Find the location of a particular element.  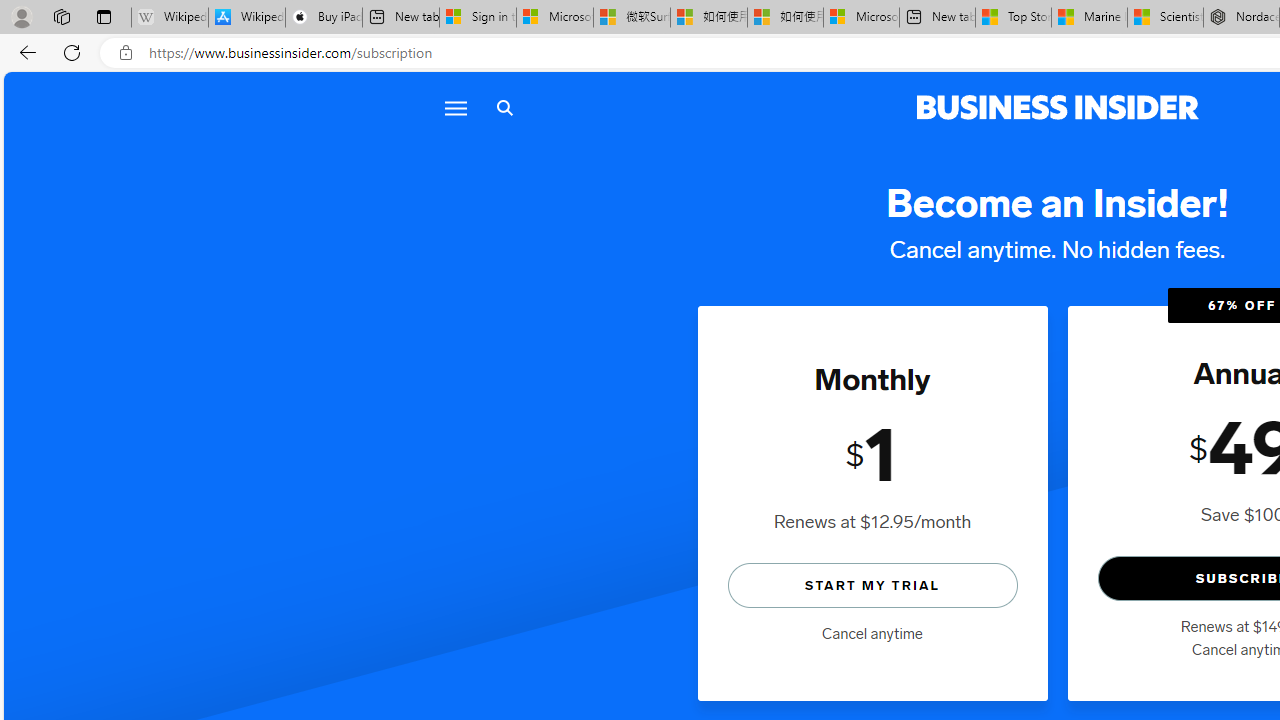

'Search icon' is located at coordinates (504, 108).